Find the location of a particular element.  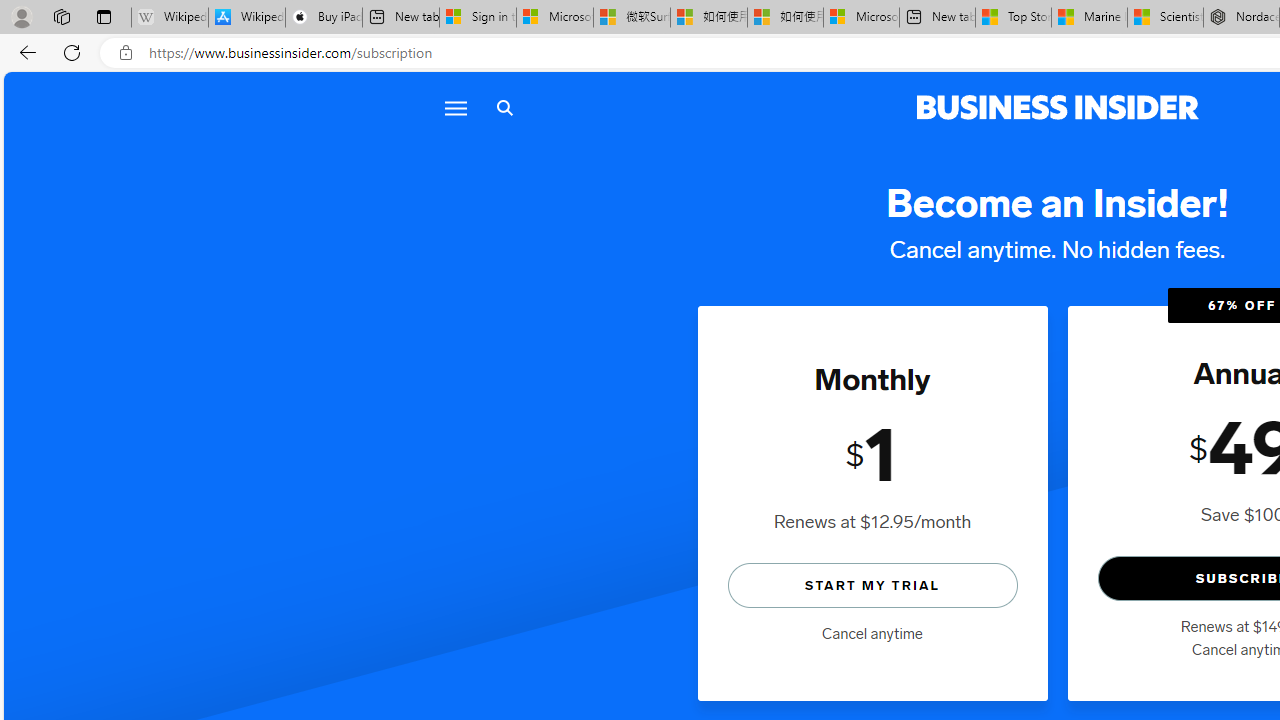

'Search icon' is located at coordinates (504, 108).